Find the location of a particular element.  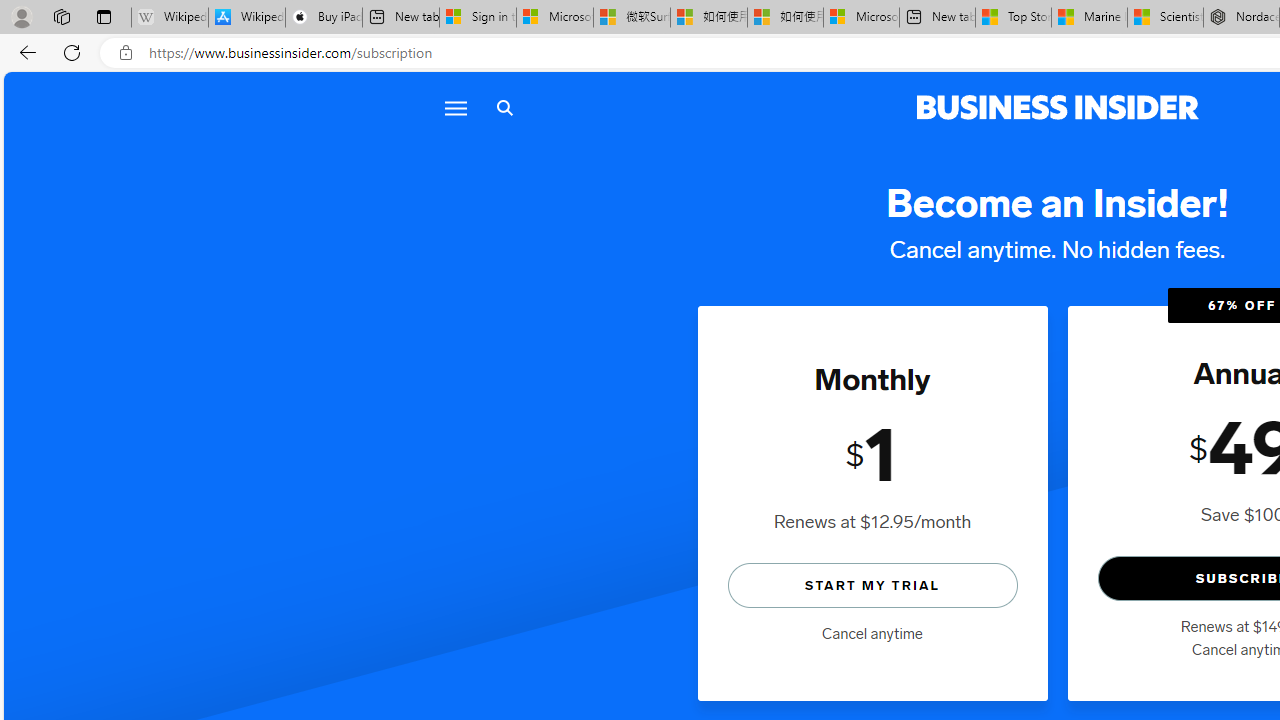

'Search icon' is located at coordinates (504, 108).